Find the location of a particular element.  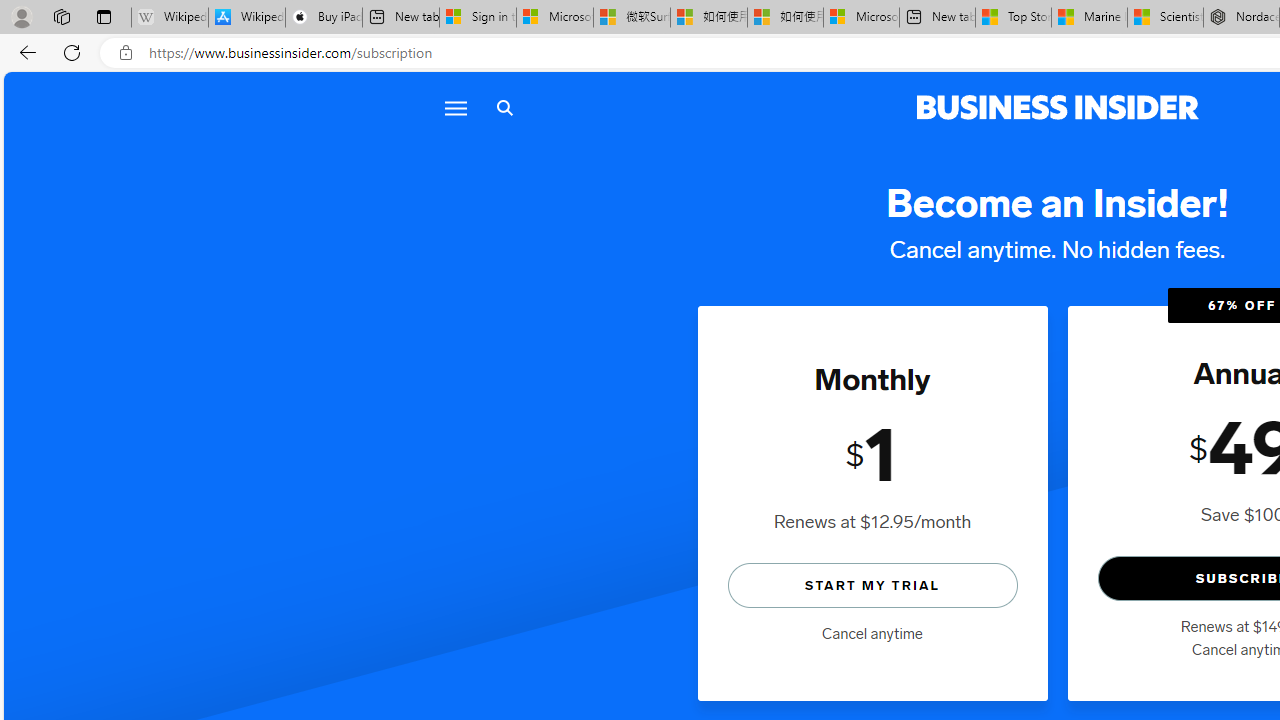

'Search icon' is located at coordinates (504, 108).